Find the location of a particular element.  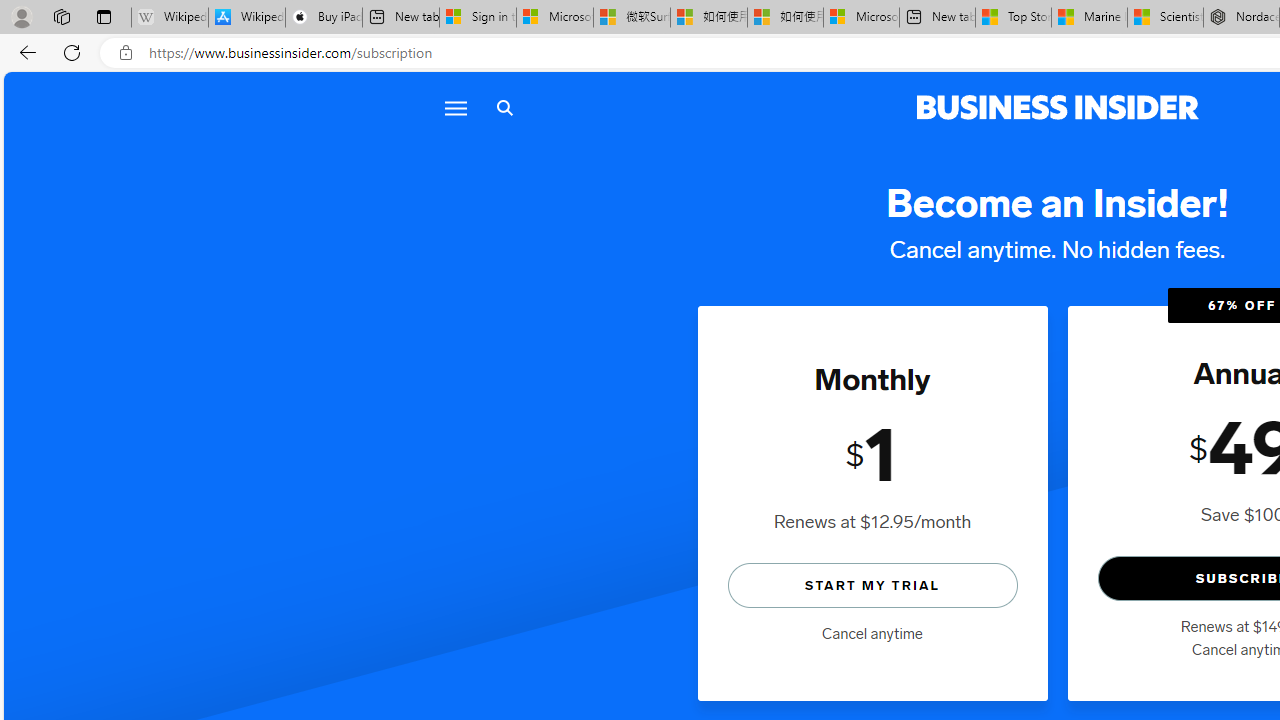

'Search icon' is located at coordinates (504, 108).